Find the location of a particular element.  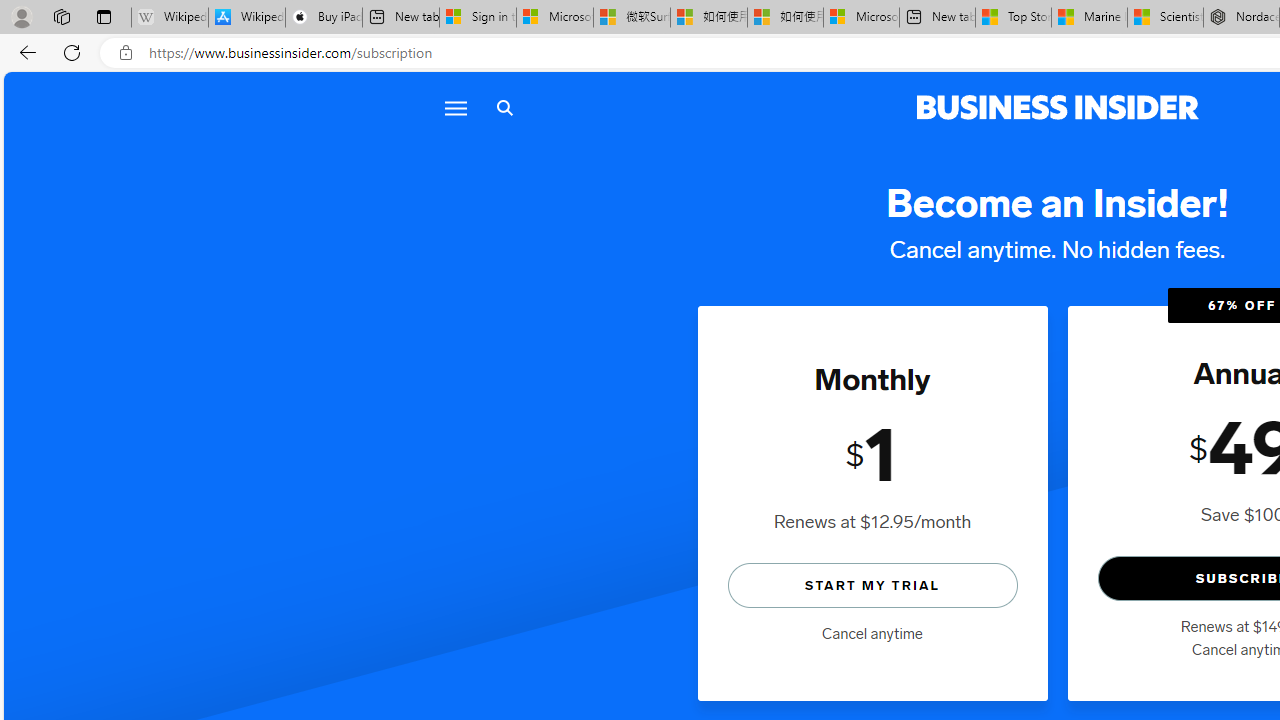

'Search icon' is located at coordinates (504, 108).